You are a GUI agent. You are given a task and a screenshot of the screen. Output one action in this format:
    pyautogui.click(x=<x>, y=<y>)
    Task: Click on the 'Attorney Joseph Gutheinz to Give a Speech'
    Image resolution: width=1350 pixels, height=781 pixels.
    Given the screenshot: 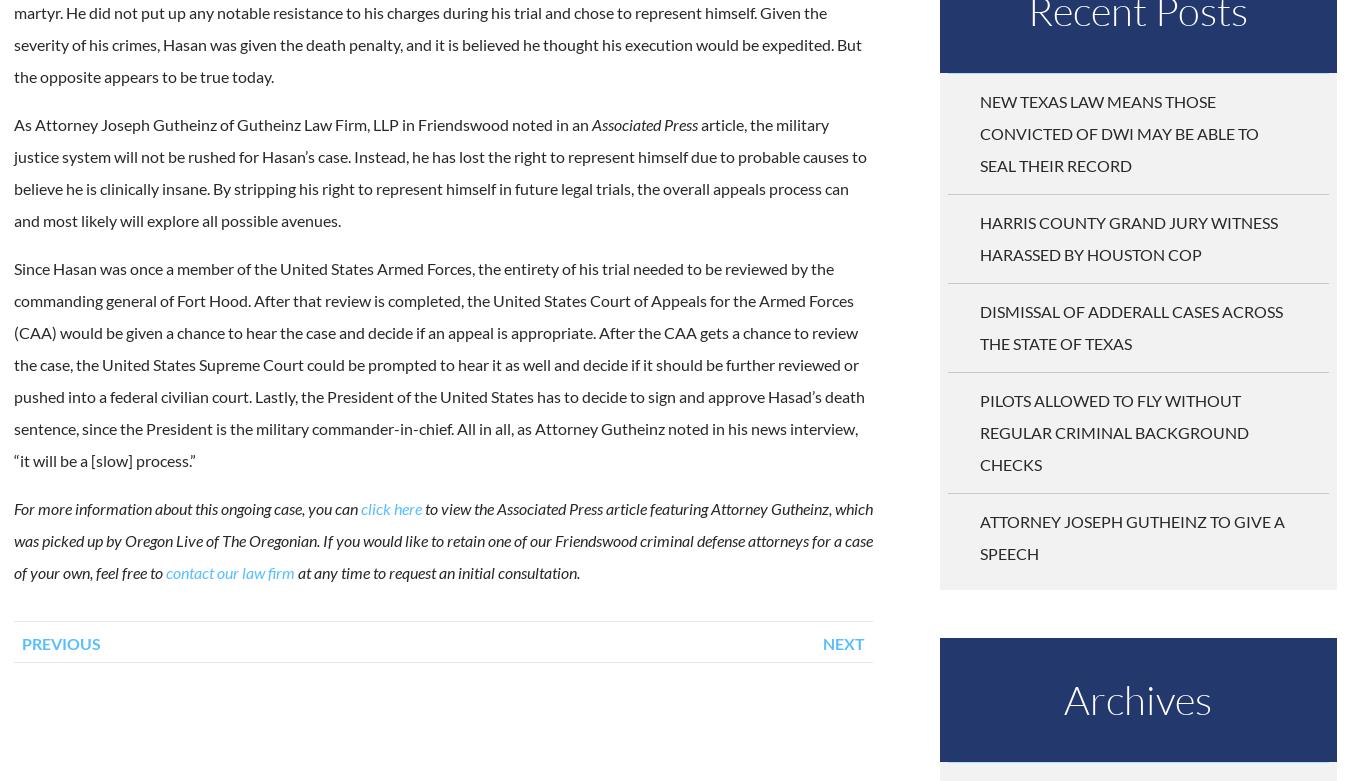 What is the action you would take?
    pyautogui.click(x=1130, y=536)
    